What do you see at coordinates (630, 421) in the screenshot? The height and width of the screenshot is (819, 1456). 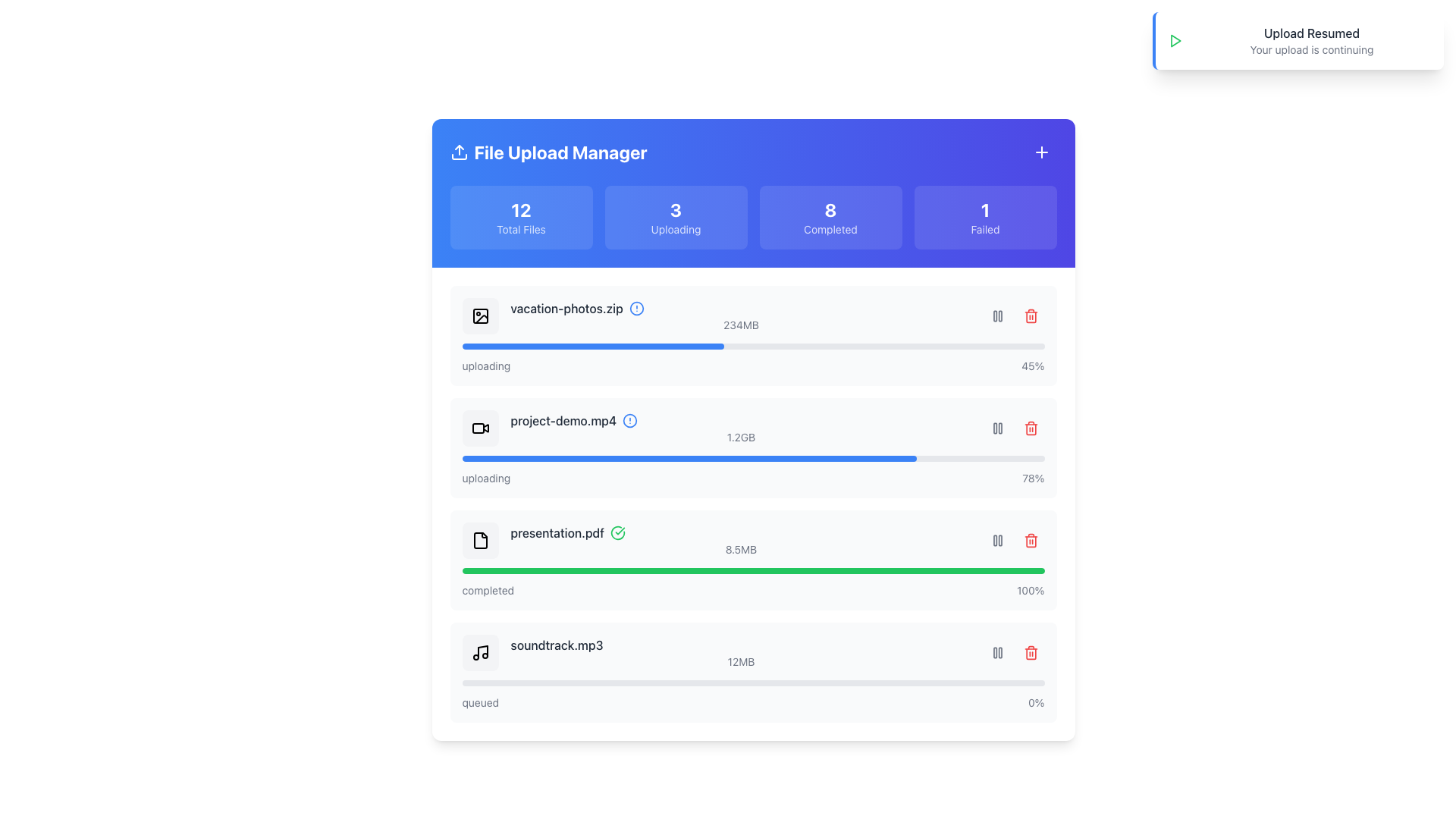 I see `the status indicator icon located next to the filename 'project-demo.mp4' in the second row of the file status list` at bounding box center [630, 421].